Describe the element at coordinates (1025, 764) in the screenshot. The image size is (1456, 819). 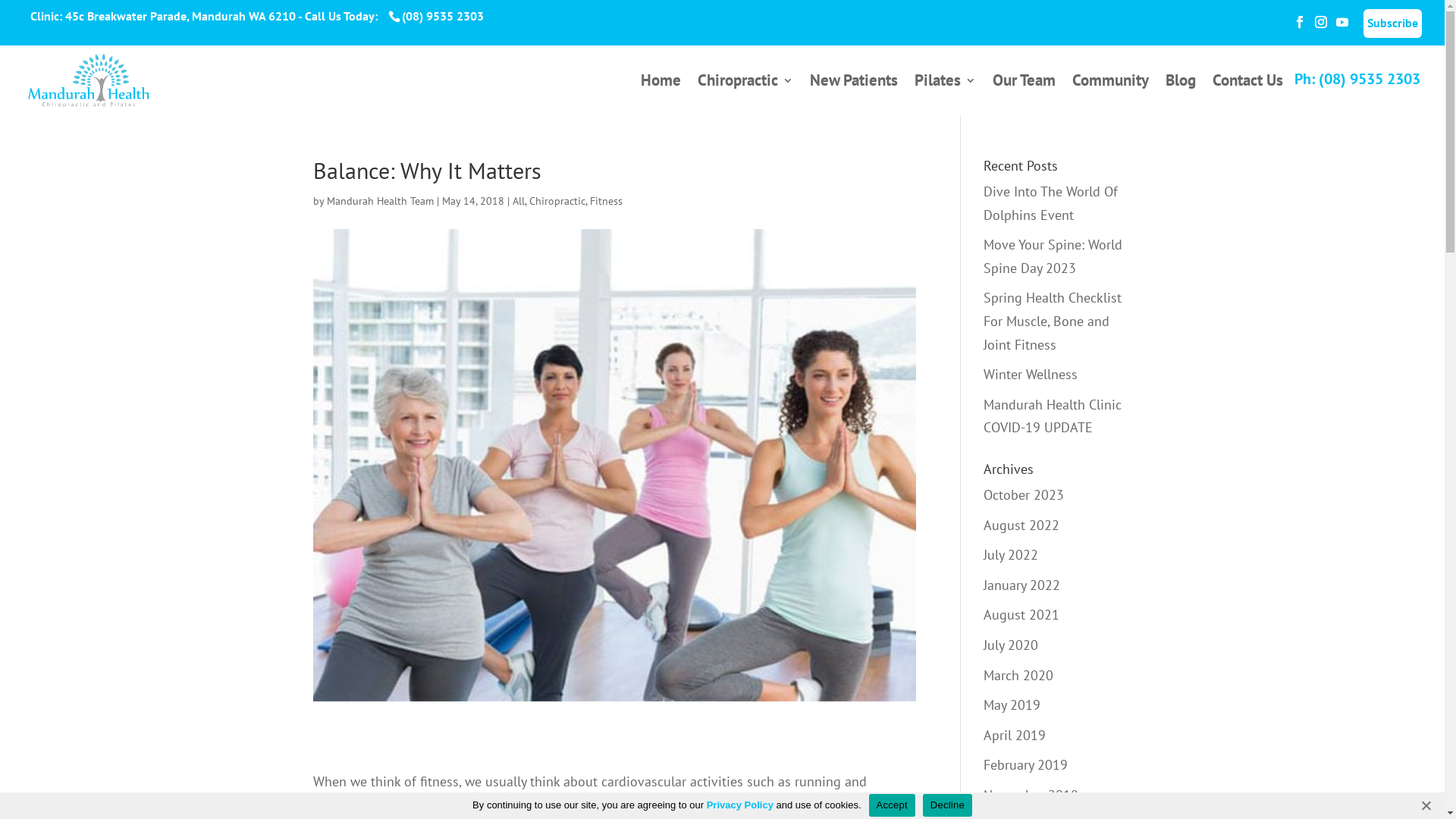
I see `'February 2019'` at that location.